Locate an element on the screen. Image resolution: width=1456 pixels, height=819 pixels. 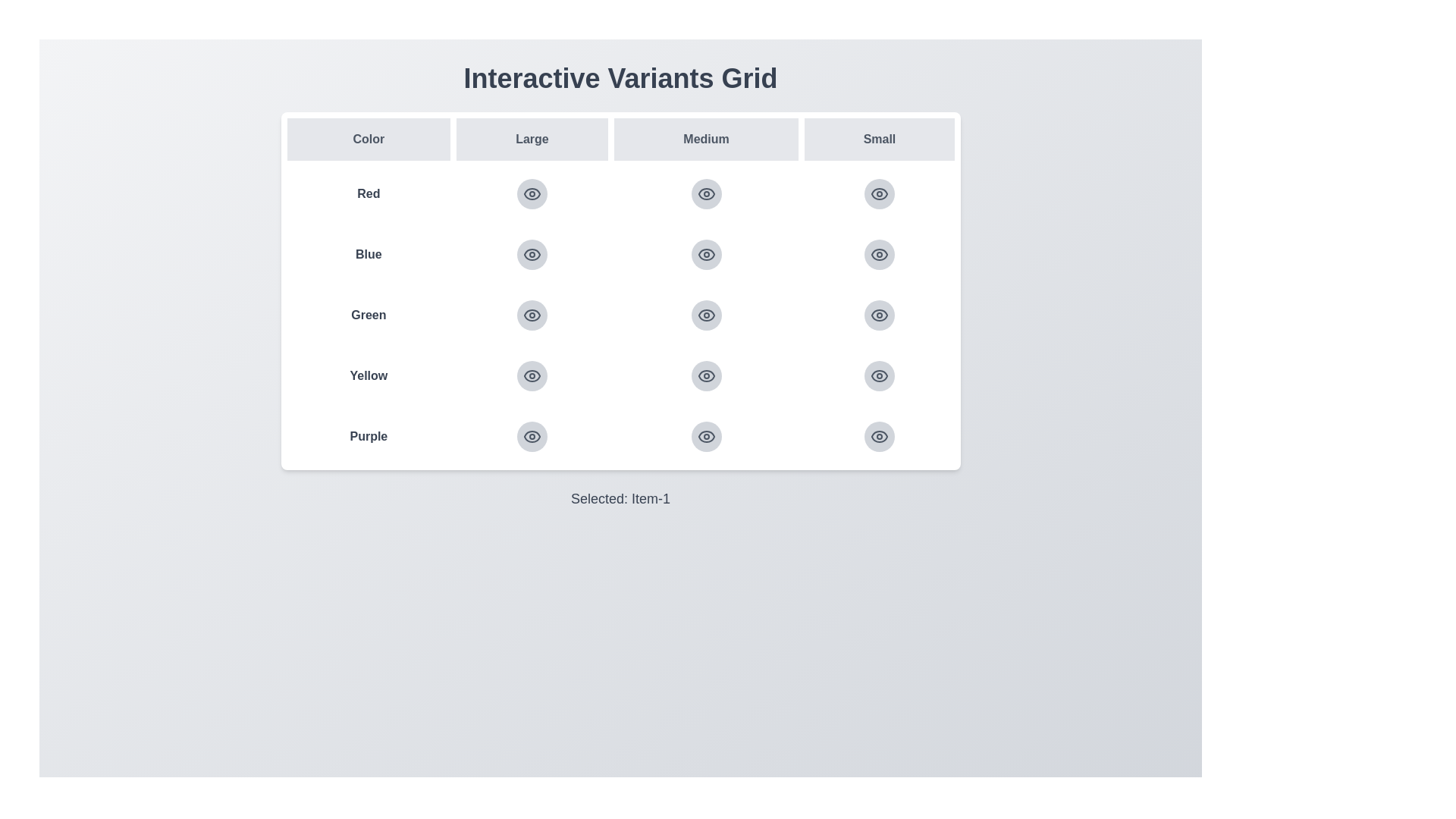
the last TableRow labeled 'Purple' in the options category, which is positioned beneath the rows for 'Red,' 'Blue,' 'Green,' and 'Yellow.' is located at coordinates (620, 436).